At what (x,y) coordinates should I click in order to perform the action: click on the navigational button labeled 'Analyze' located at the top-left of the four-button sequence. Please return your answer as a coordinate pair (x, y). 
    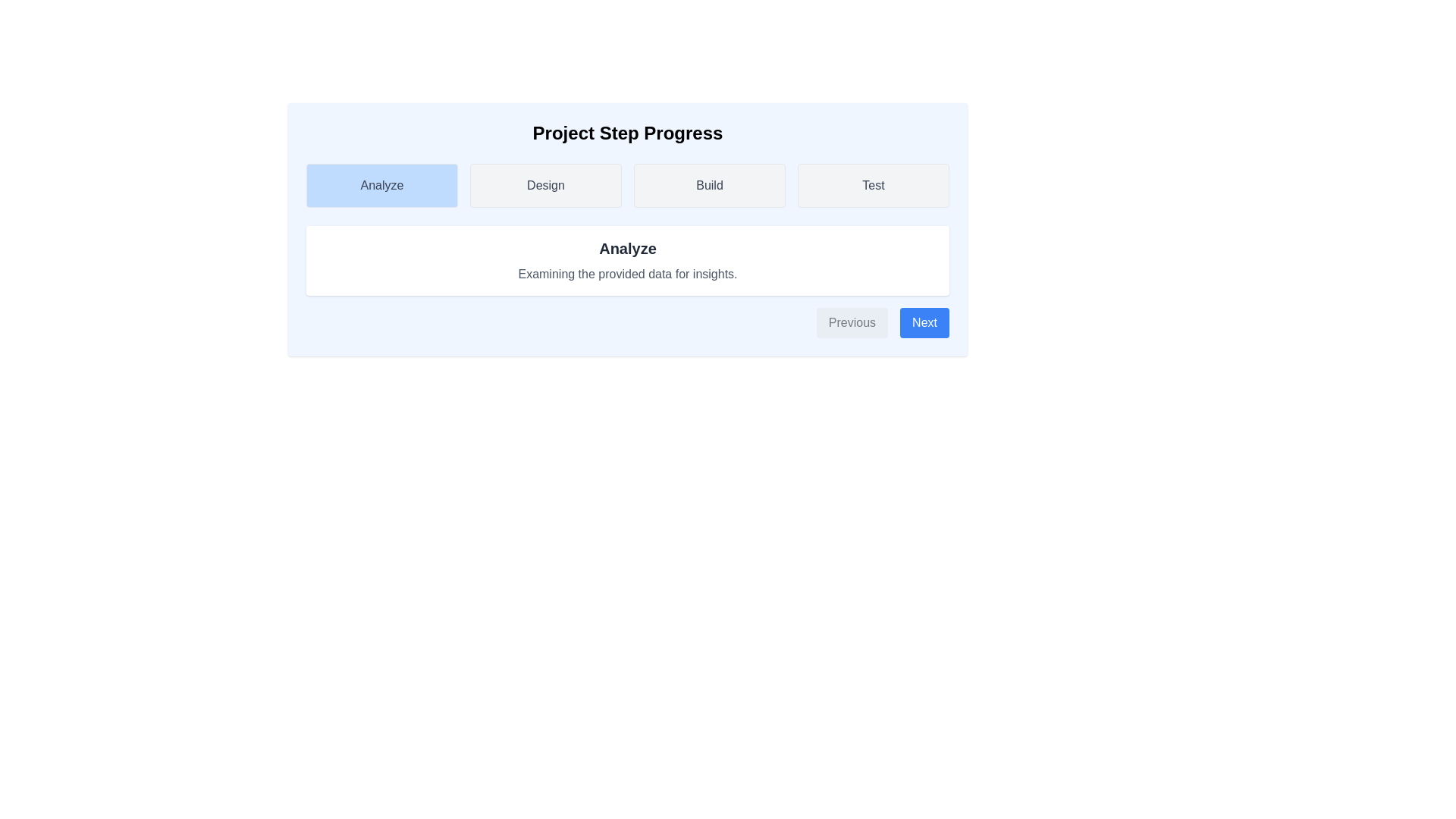
    Looking at the image, I should click on (382, 185).